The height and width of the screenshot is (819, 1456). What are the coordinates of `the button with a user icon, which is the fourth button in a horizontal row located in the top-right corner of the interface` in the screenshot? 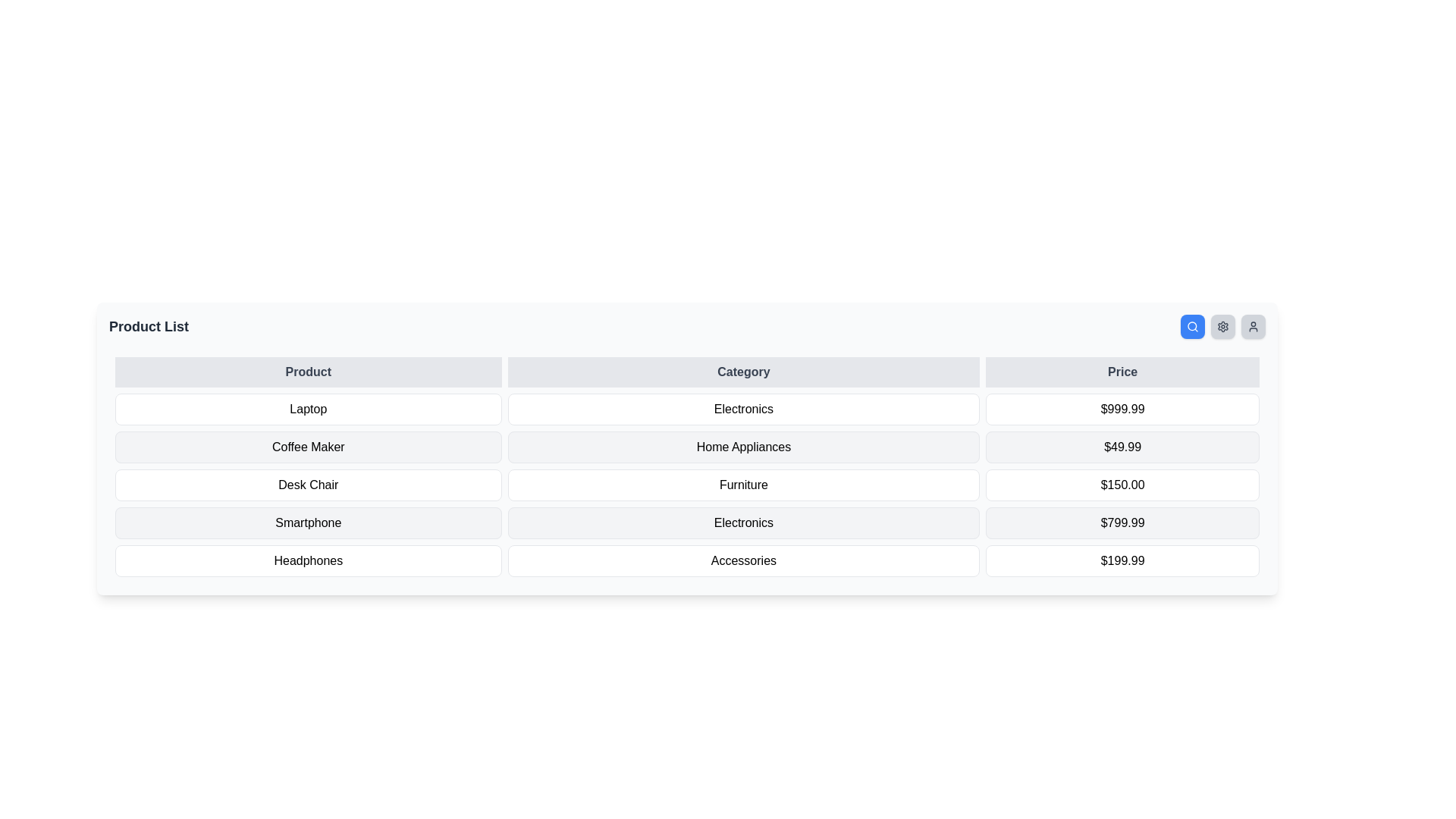 It's located at (1253, 326).